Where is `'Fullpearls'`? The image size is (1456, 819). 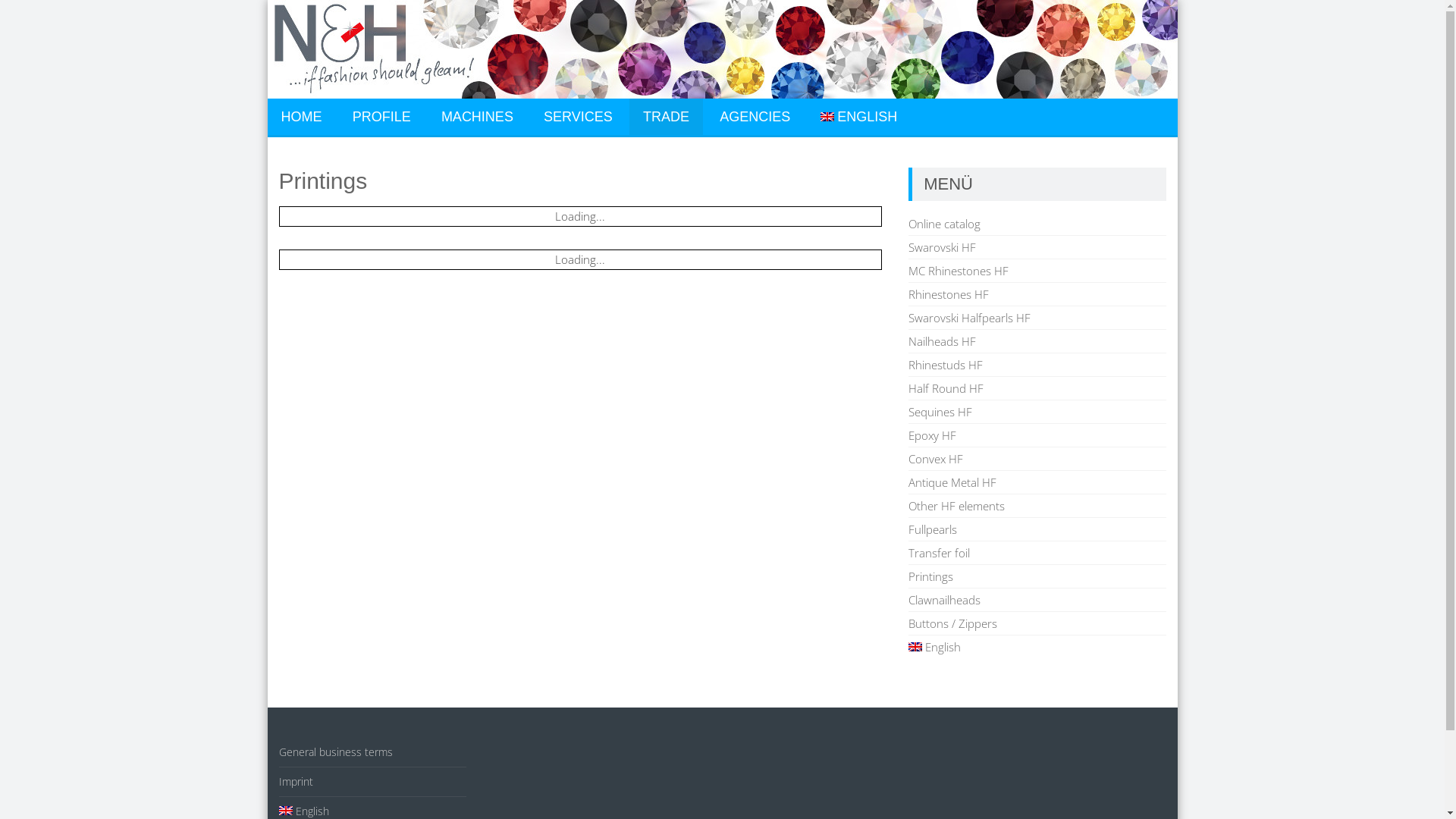 'Fullpearls' is located at coordinates (931, 529).